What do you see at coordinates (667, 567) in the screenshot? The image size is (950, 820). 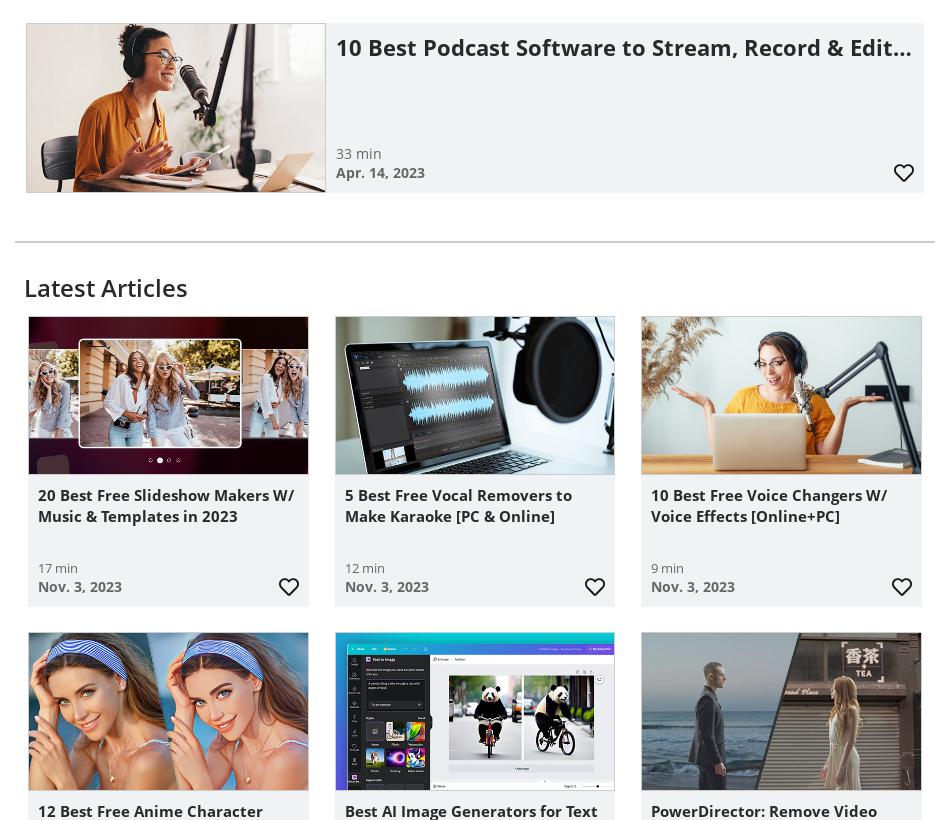 I see `'9 min'` at bounding box center [667, 567].